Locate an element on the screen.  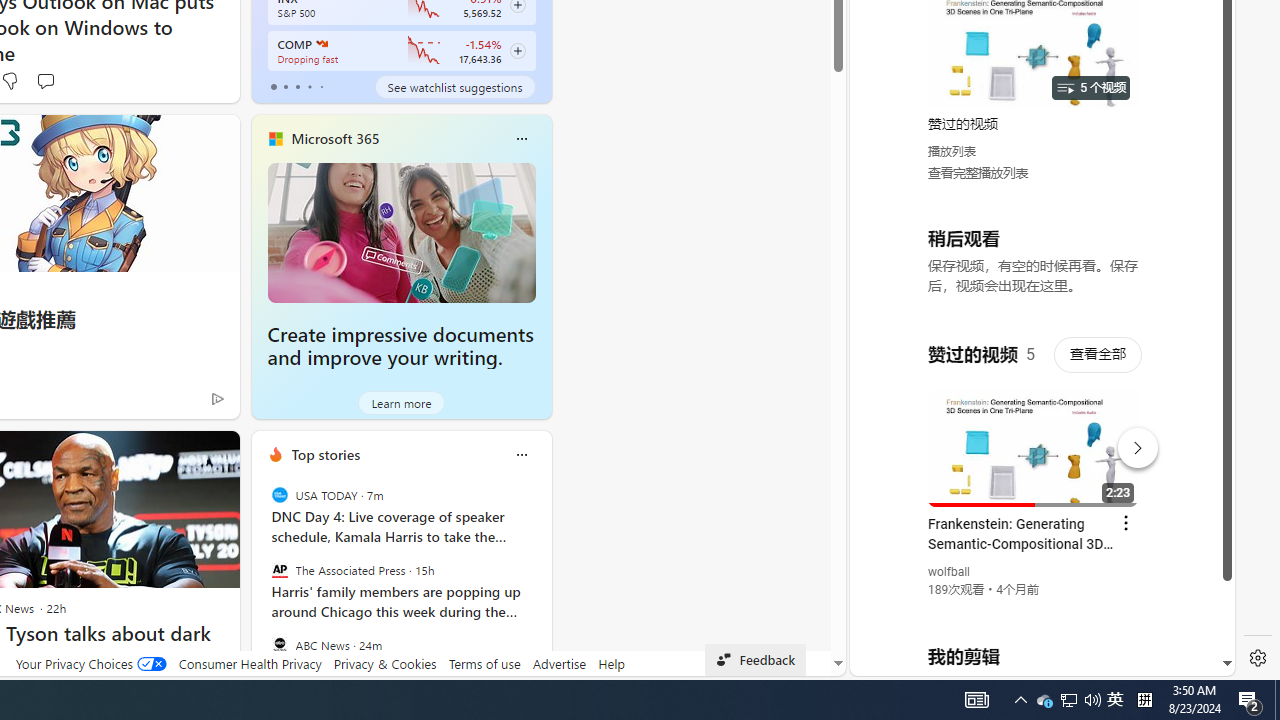
'Class: follow-button  m' is located at coordinates (517, 50).